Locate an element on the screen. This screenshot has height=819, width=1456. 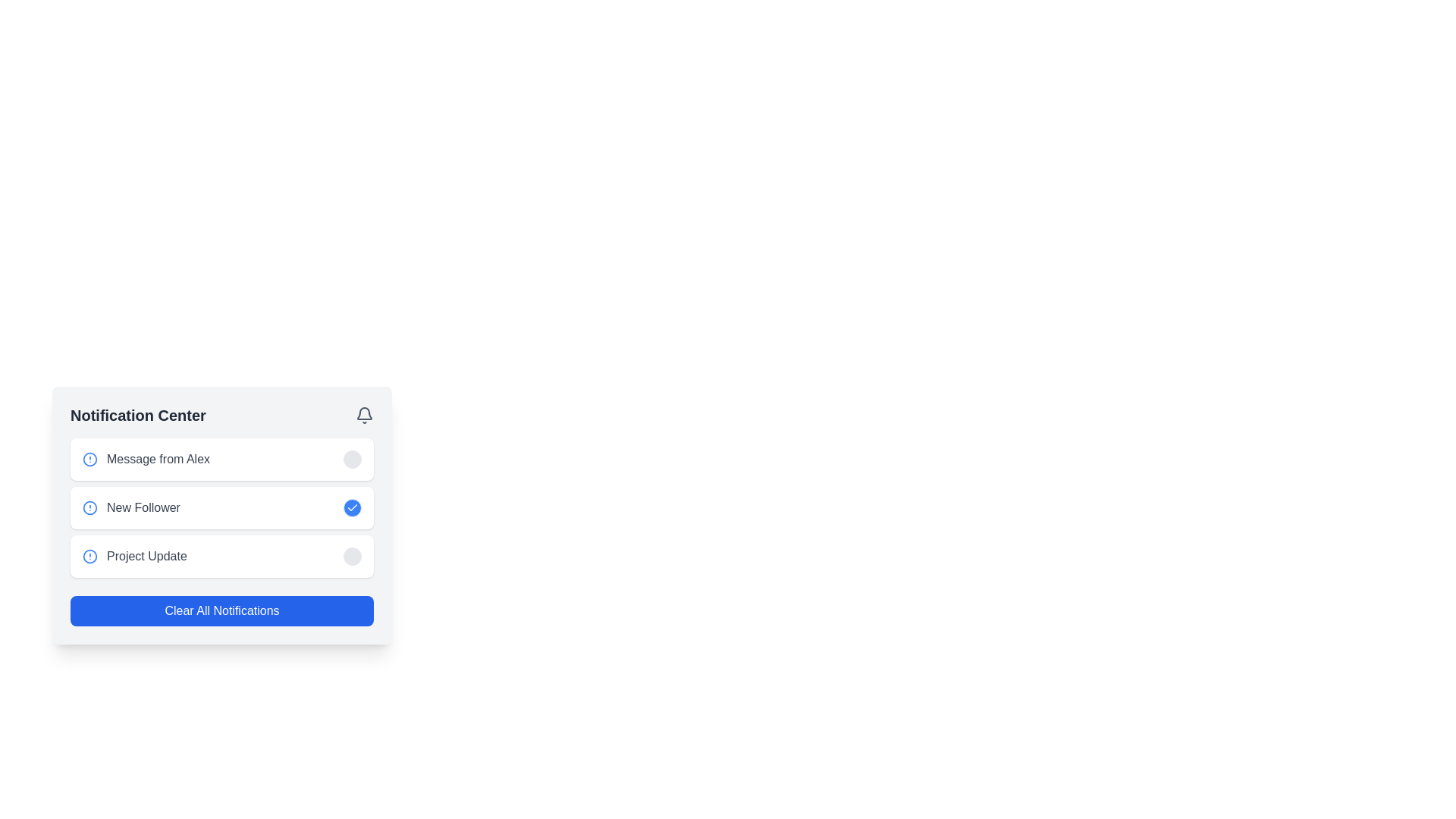
the 'Project Update' text label adjacent is located at coordinates (134, 556).